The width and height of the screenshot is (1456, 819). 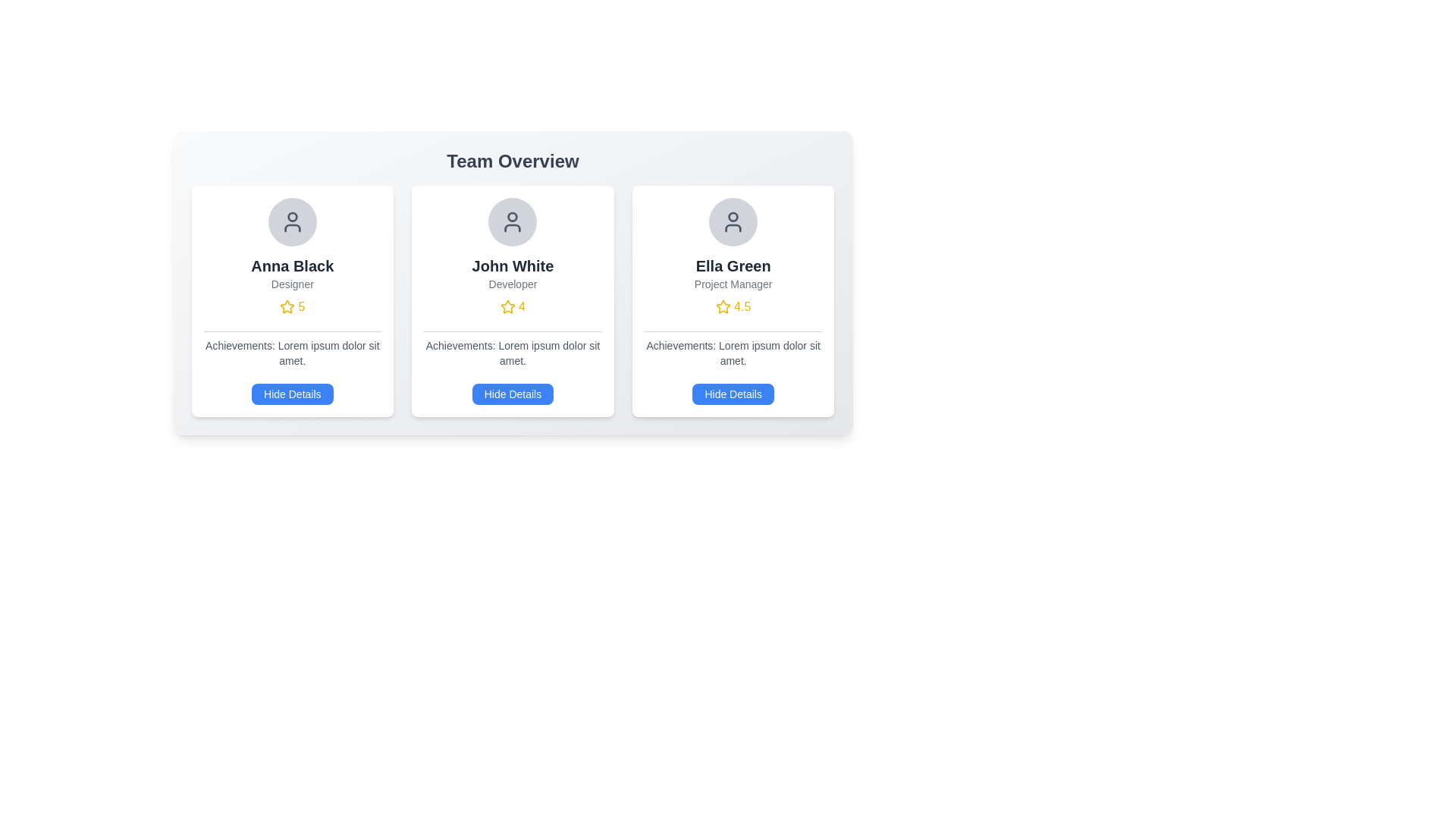 What do you see at coordinates (513, 222) in the screenshot?
I see `the circular gray avatar icon representing 'John White'` at bounding box center [513, 222].